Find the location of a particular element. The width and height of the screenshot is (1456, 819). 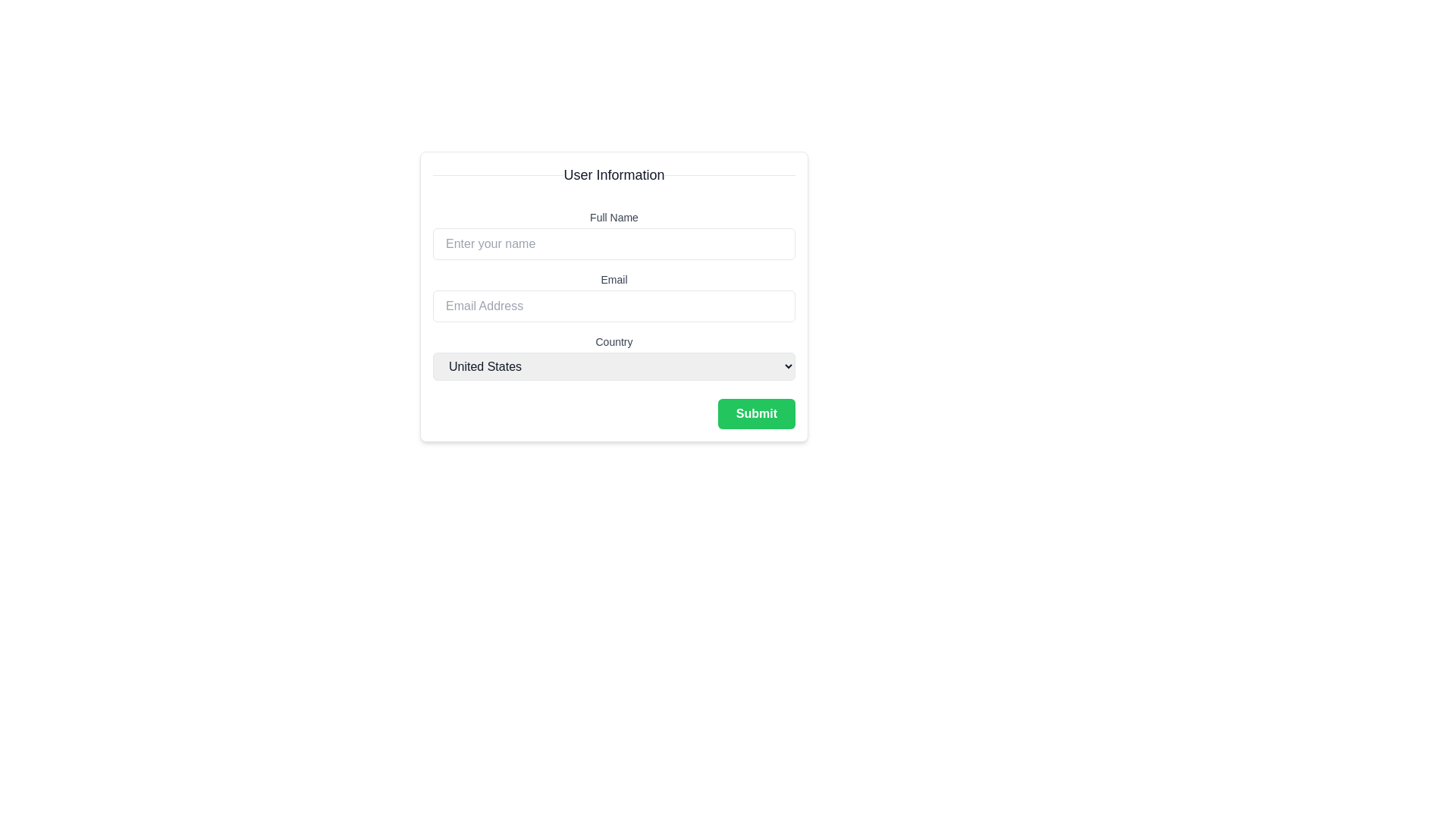

the downward-facing arrow of the 'Country' dropdown menu is located at coordinates (614, 357).